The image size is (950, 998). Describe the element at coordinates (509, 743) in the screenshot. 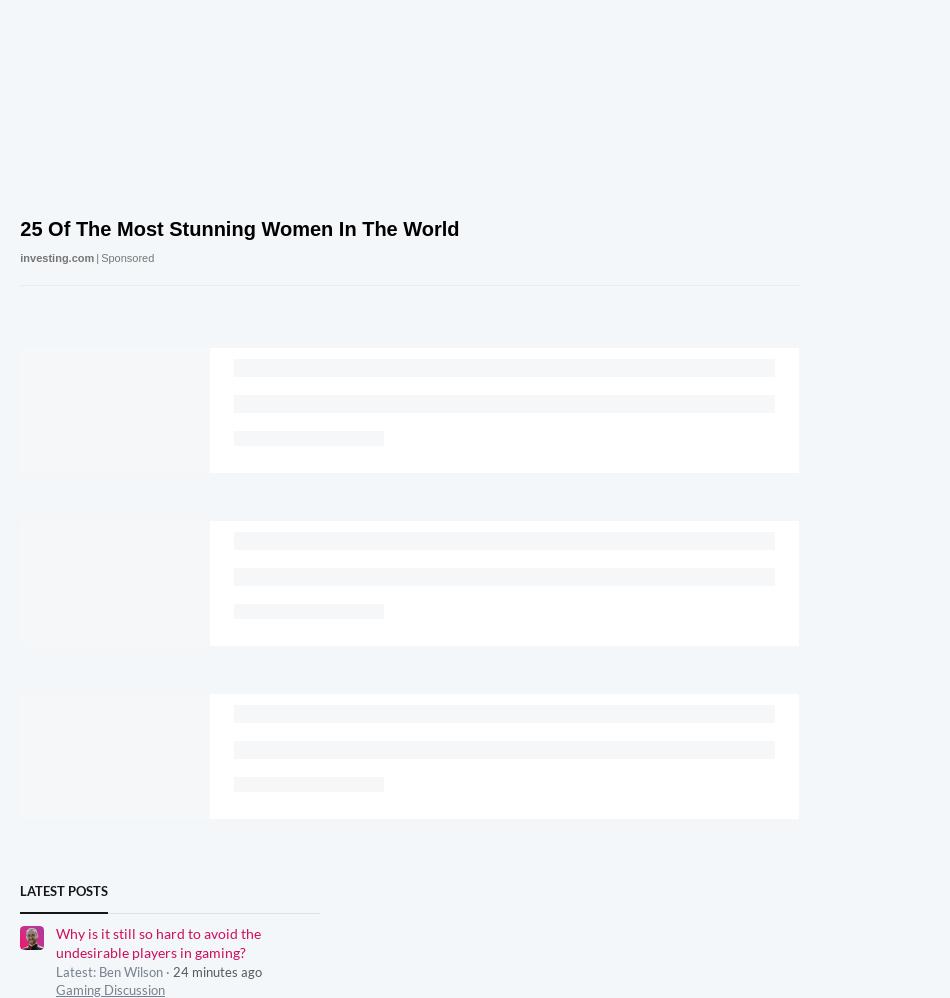

I see `'© Future Publishing Limited Quay House, The Ambury, Bath BA1 1UA.'` at that location.